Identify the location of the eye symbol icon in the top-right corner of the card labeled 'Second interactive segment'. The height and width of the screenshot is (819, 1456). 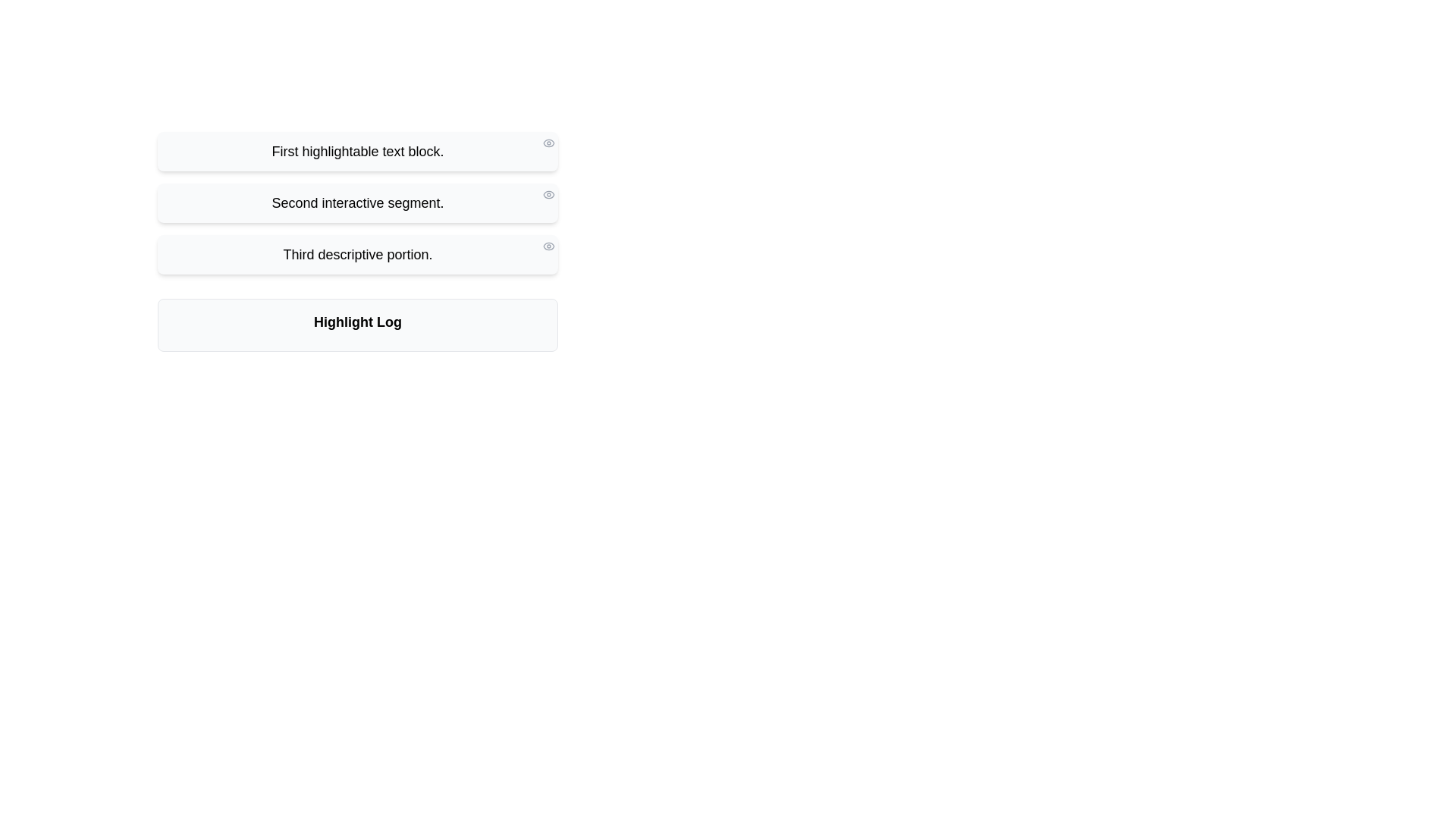
(548, 193).